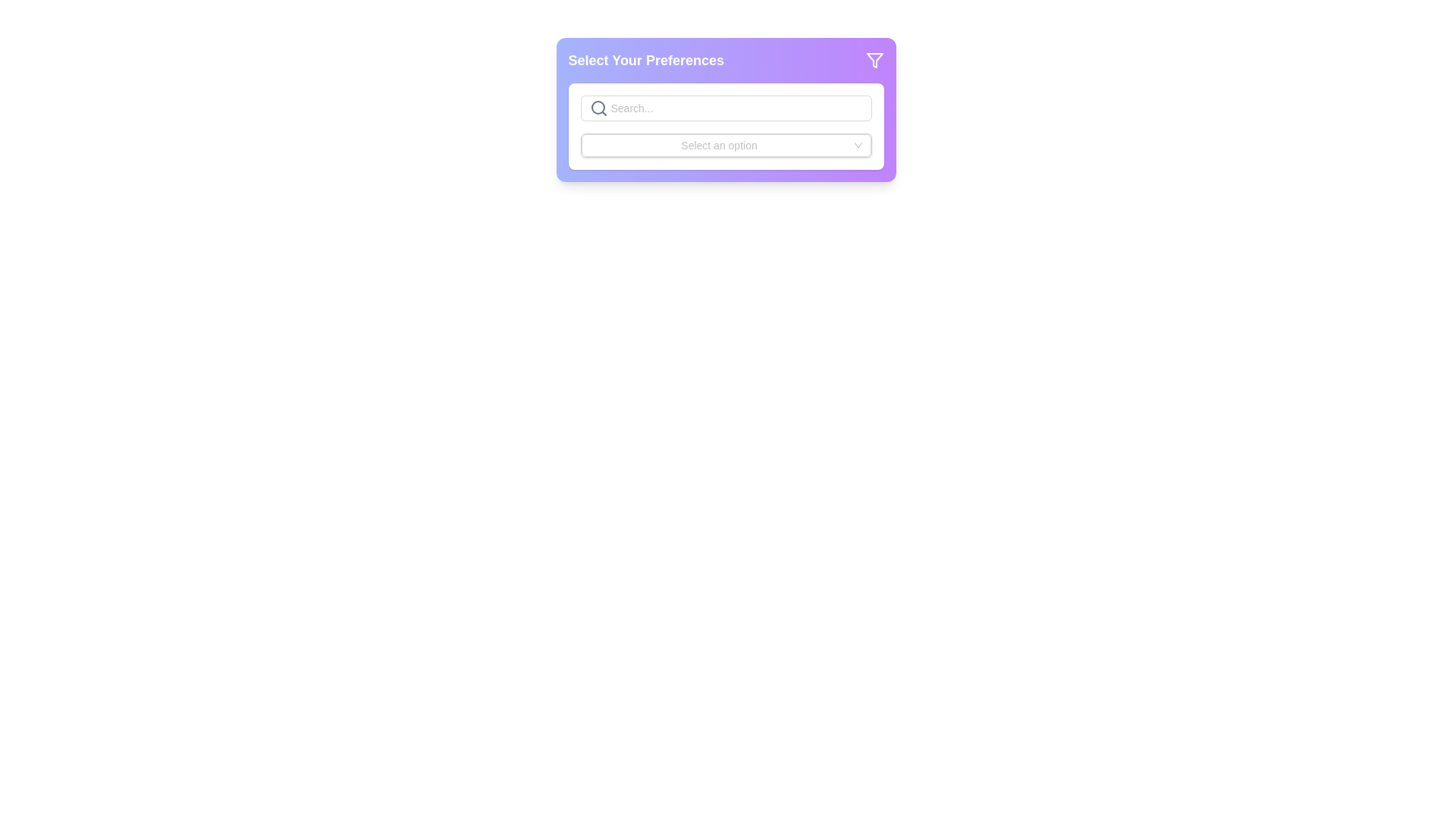 The image size is (1456, 819). I want to click on the Dropdown menu located directly below the search bar, which allows users to select an option from a predefined list, so click(725, 146).